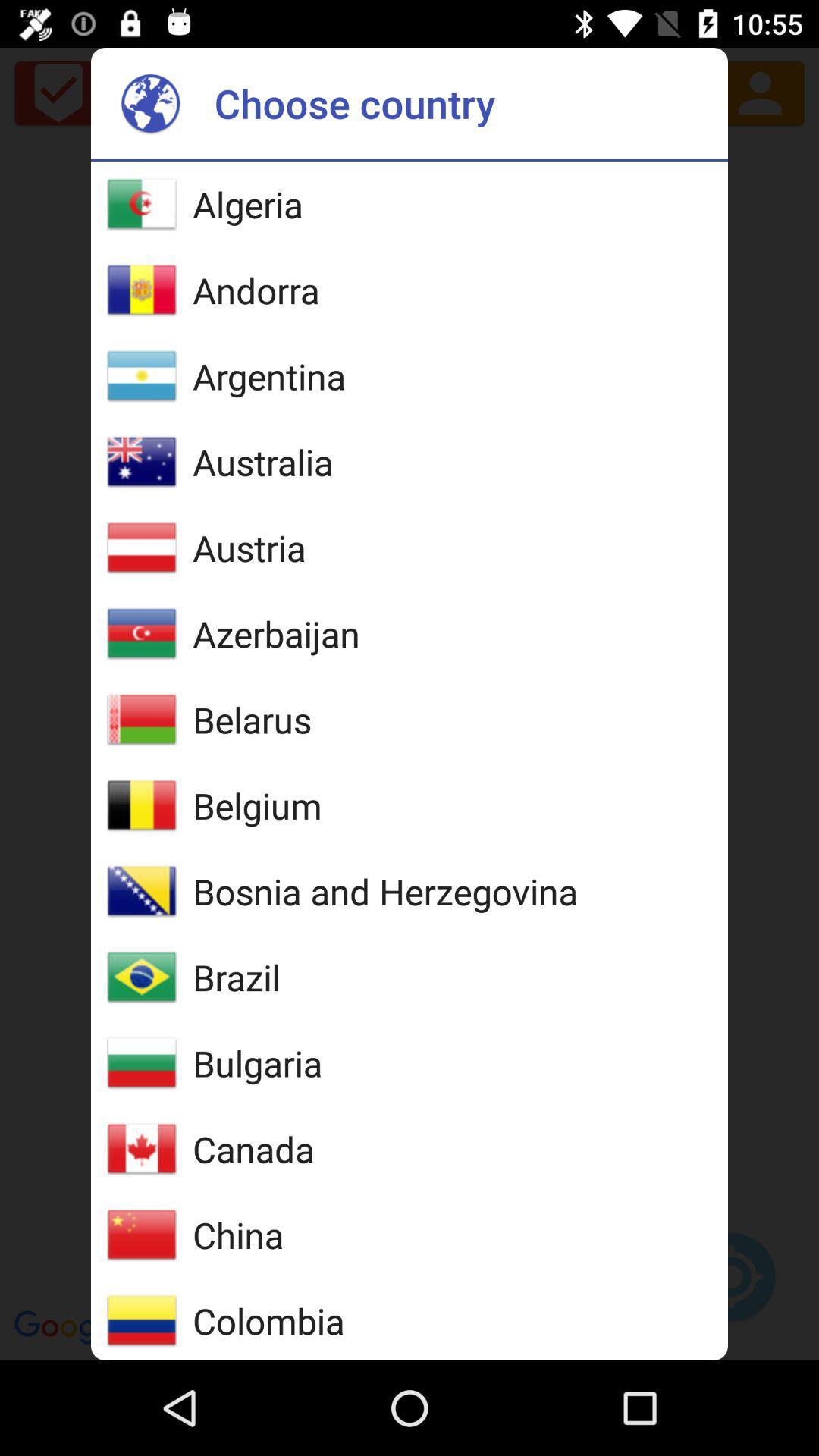 The height and width of the screenshot is (1456, 819). Describe the element at coordinates (247, 203) in the screenshot. I see `item above the andorra` at that location.